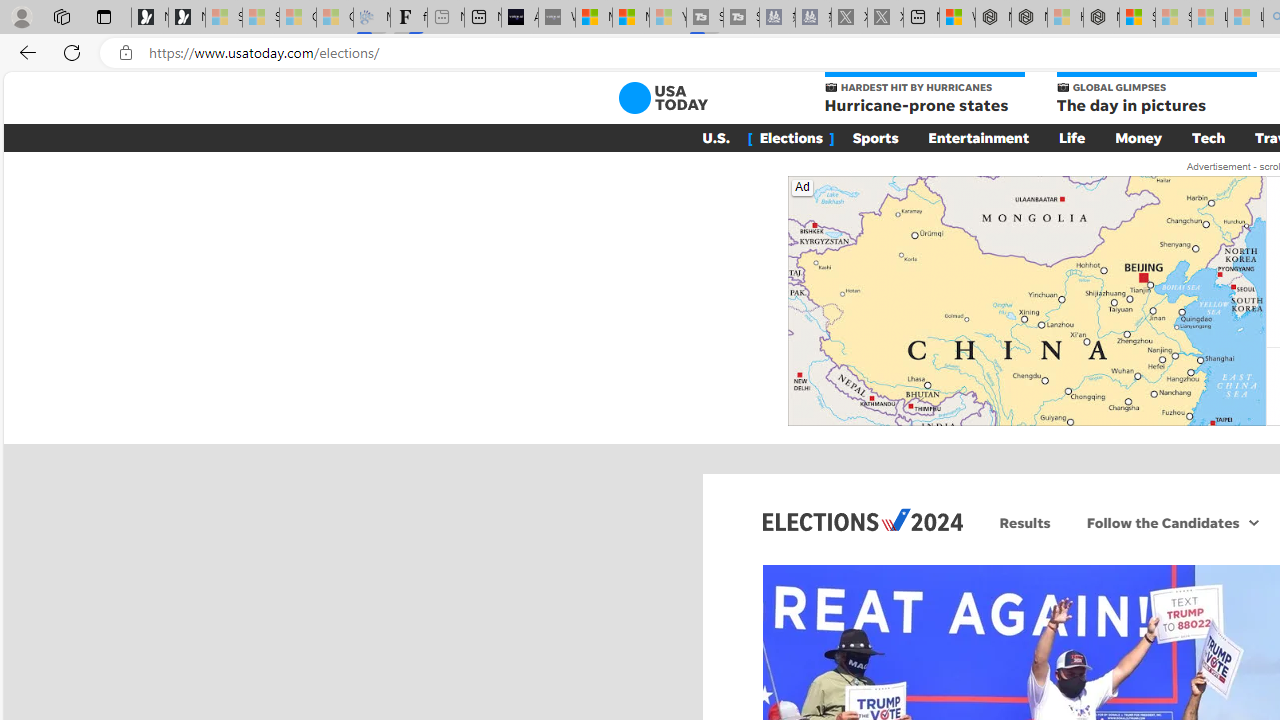 The height and width of the screenshot is (720, 1280). What do you see at coordinates (1071, 136) in the screenshot?
I see `'Life'` at bounding box center [1071, 136].